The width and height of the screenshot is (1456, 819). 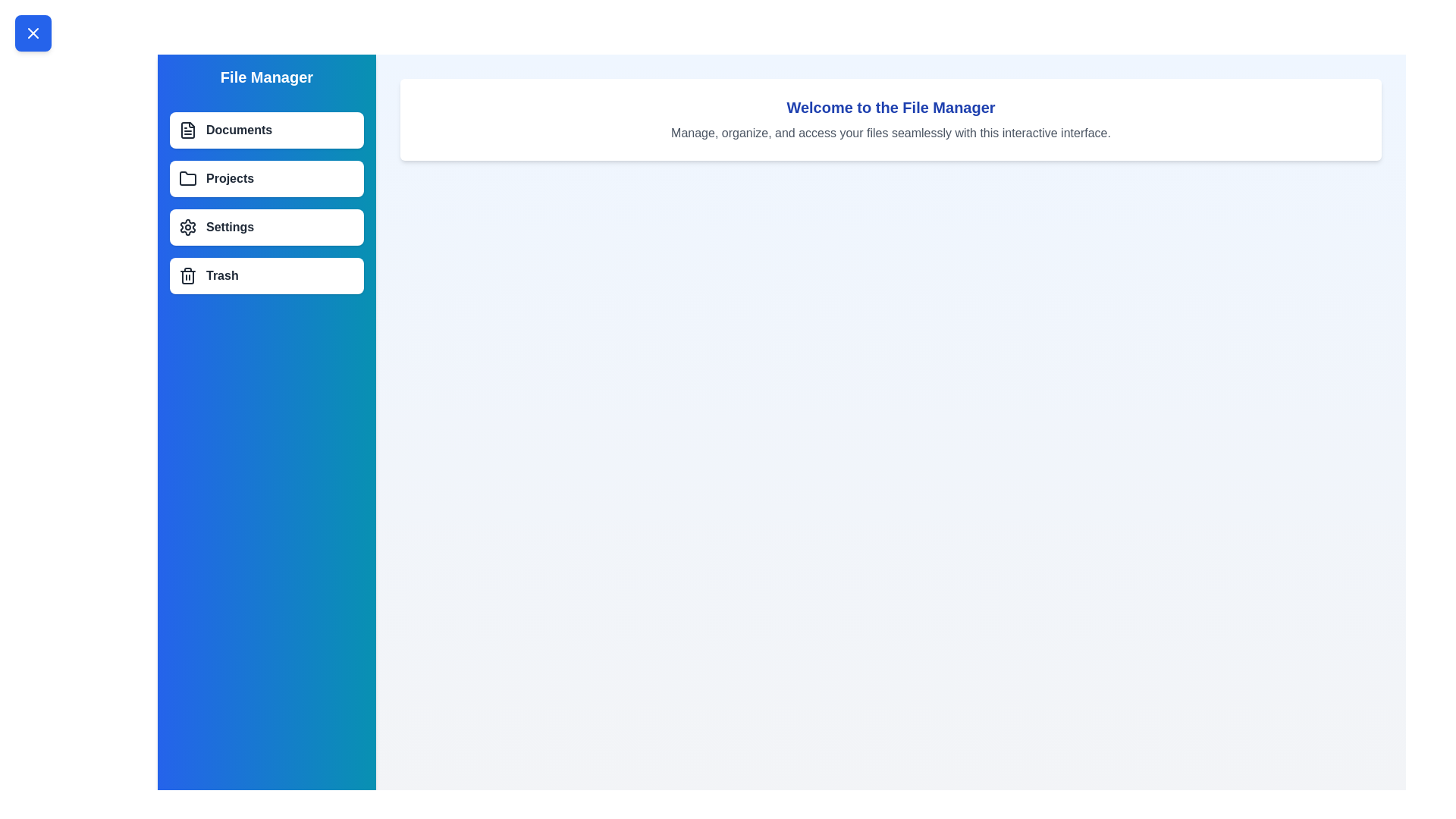 What do you see at coordinates (266, 177) in the screenshot?
I see `the menu item labeled Projects to select it` at bounding box center [266, 177].